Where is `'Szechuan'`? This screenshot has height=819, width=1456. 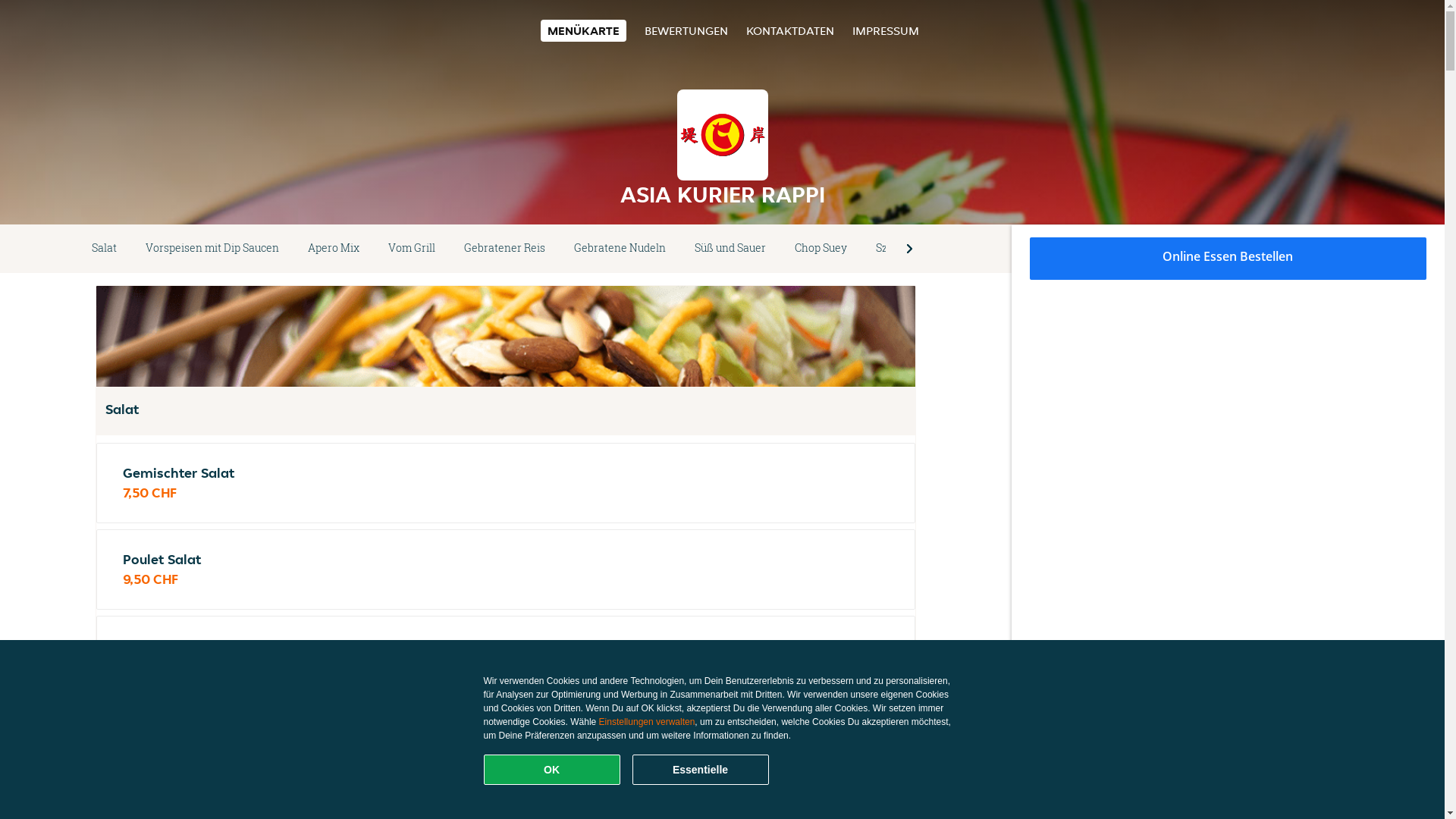 'Szechuan' is located at coordinates (861, 247).